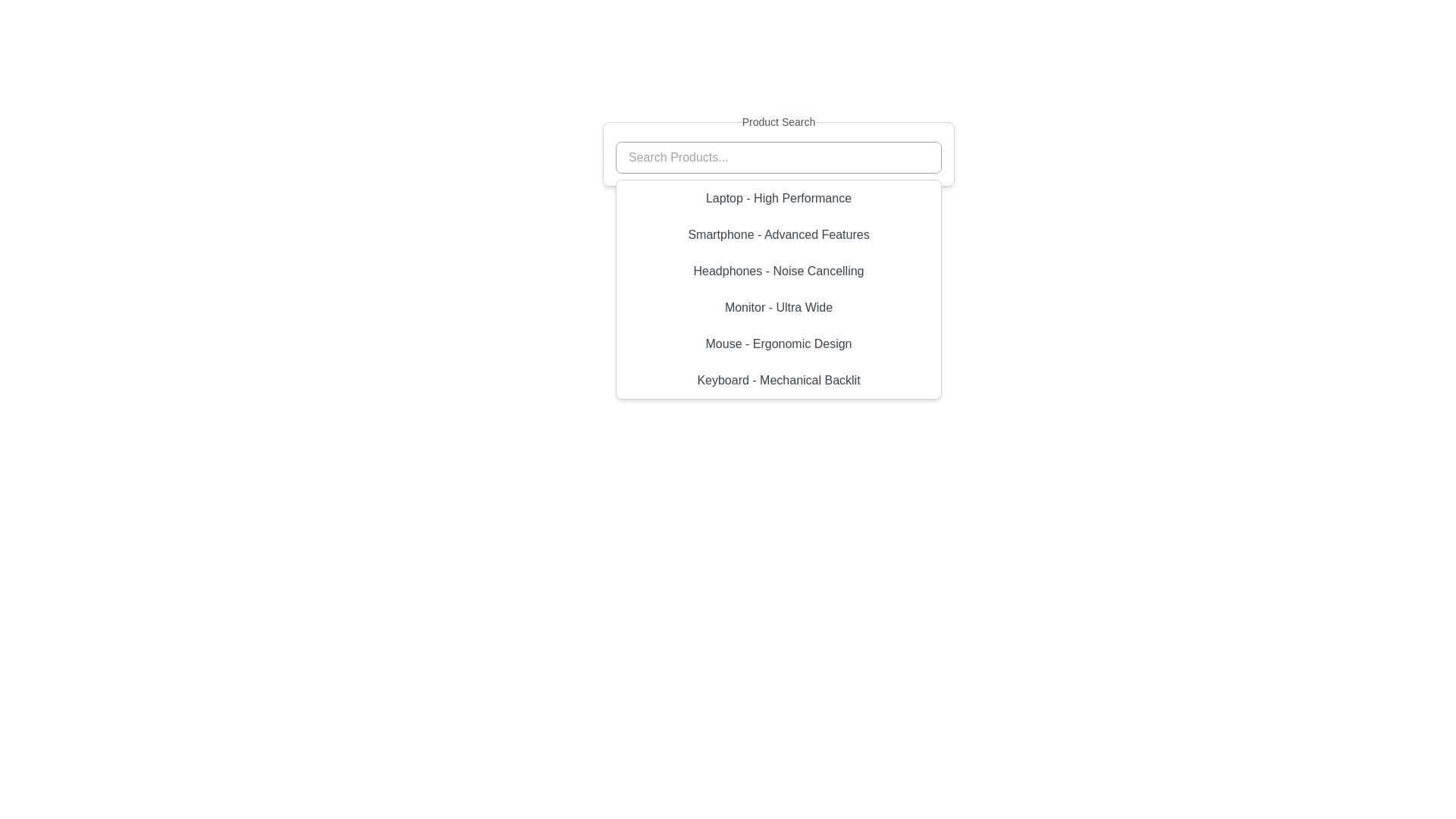 Image resolution: width=1456 pixels, height=819 pixels. What do you see at coordinates (779, 344) in the screenshot?
I see `the menu item displaying 'Mouse - Ergonomic Design', which is the fifth item in the dropdown list` at bounding box center [779, 344].